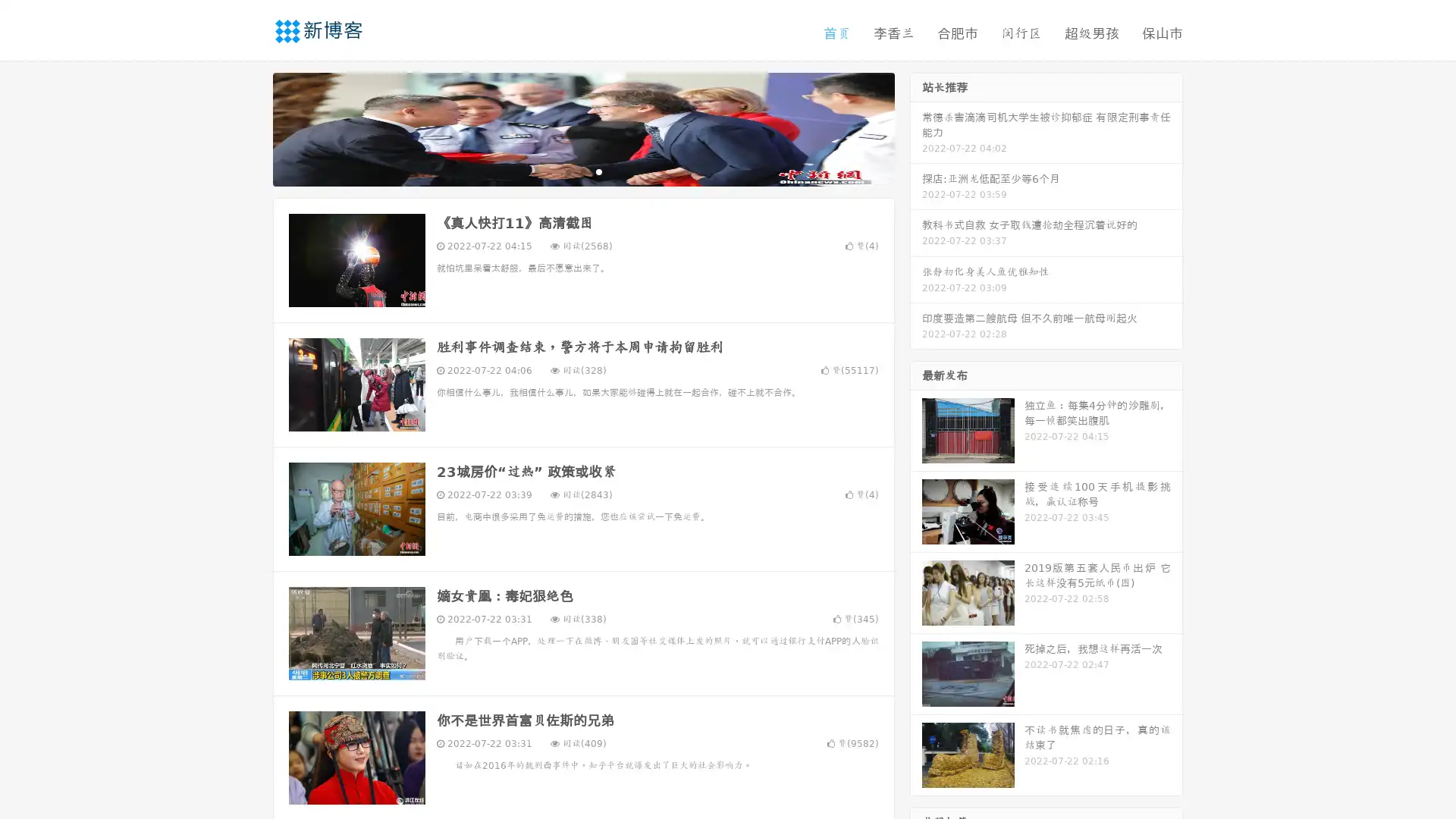 This screenshot has height=819, width=1456. Describe the element at coordinates (567, 171) in the screenshot. I see `Go to slide 1` at that location.